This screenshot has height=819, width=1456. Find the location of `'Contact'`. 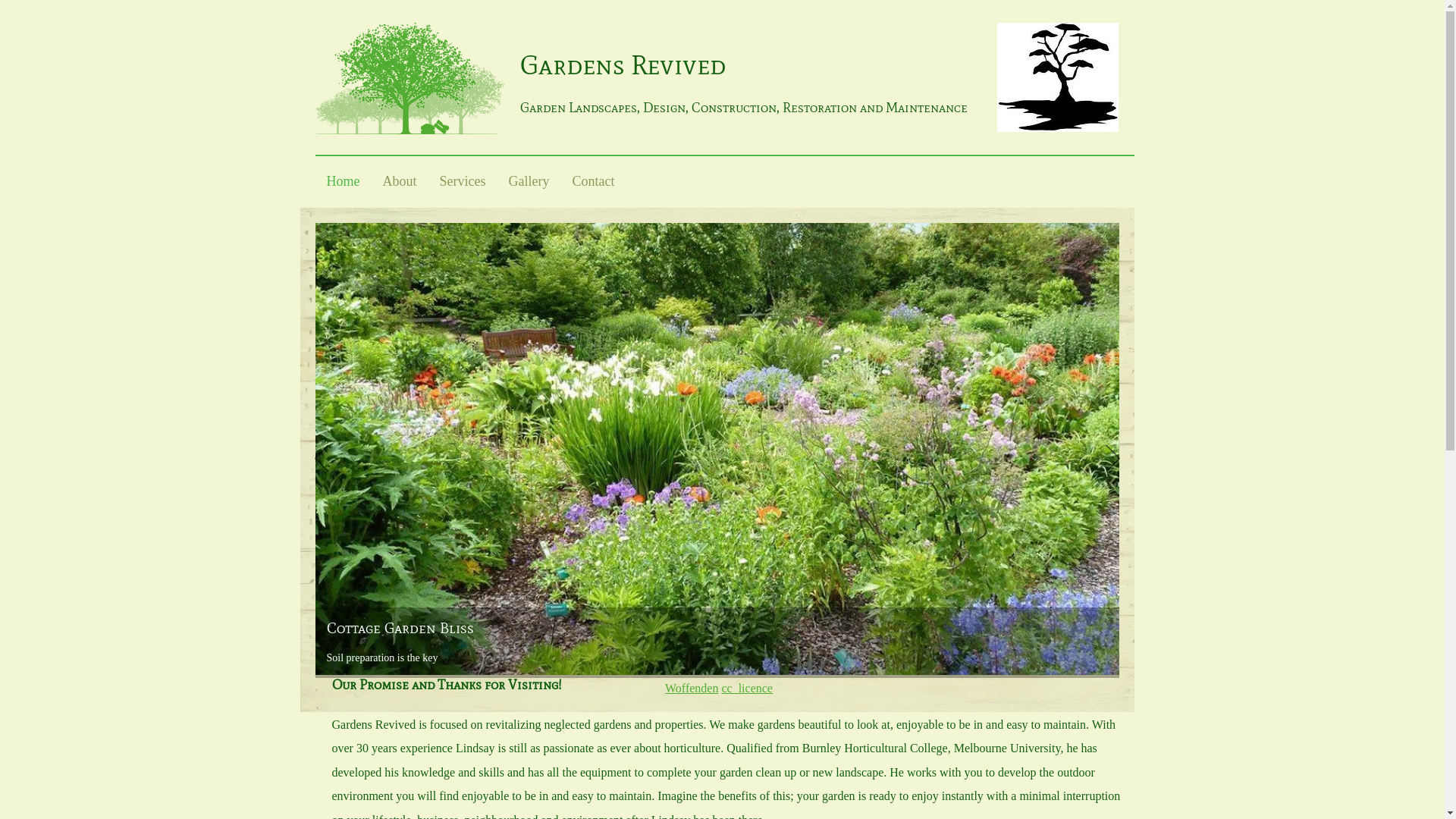

'Contact' is located at coordinates (592, 180).